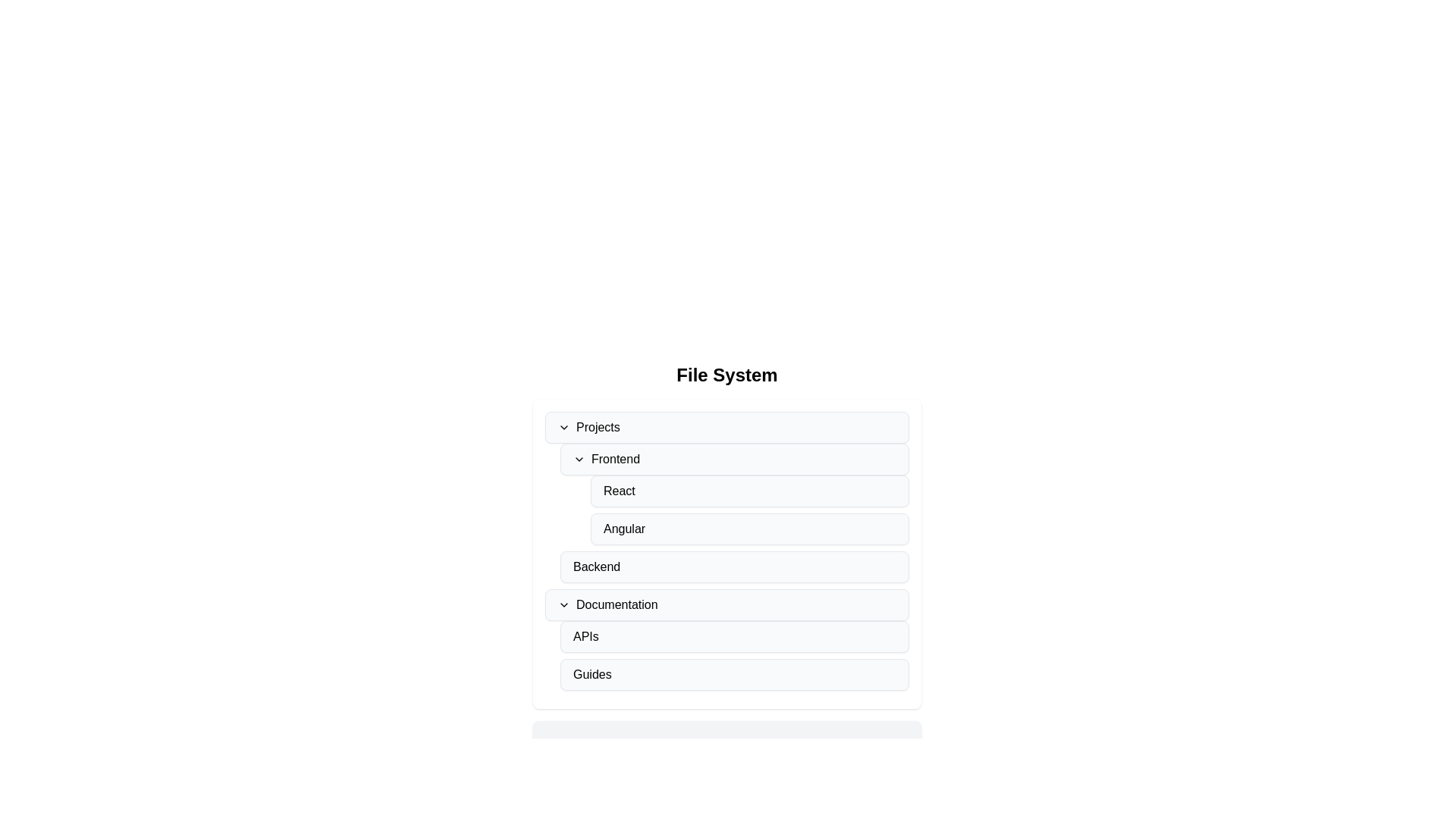 The image size is (1456, 819). Describe the element at coordinates (726, 674) in the screenshot. I see `the 'Guides' button located at the bottom of the navigation list, positioned prominently below 'Documentation' and 'APIs'` at that location.